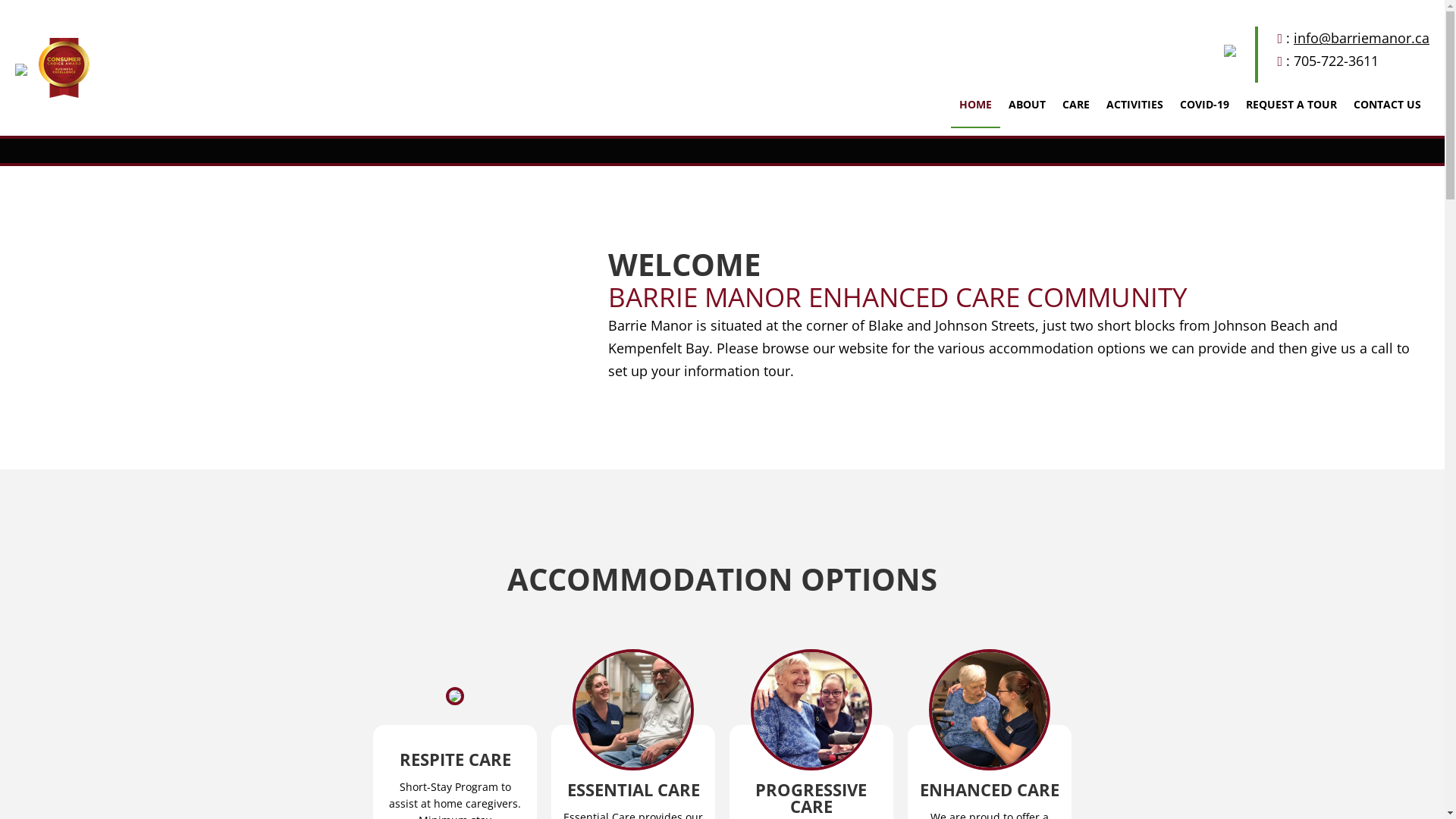 The height and width of the screenshot is (819, 1456). Describe the element at coordinates (1361, 37) in the screenshot. I see `'info@barriemanor.ca'` at that location.